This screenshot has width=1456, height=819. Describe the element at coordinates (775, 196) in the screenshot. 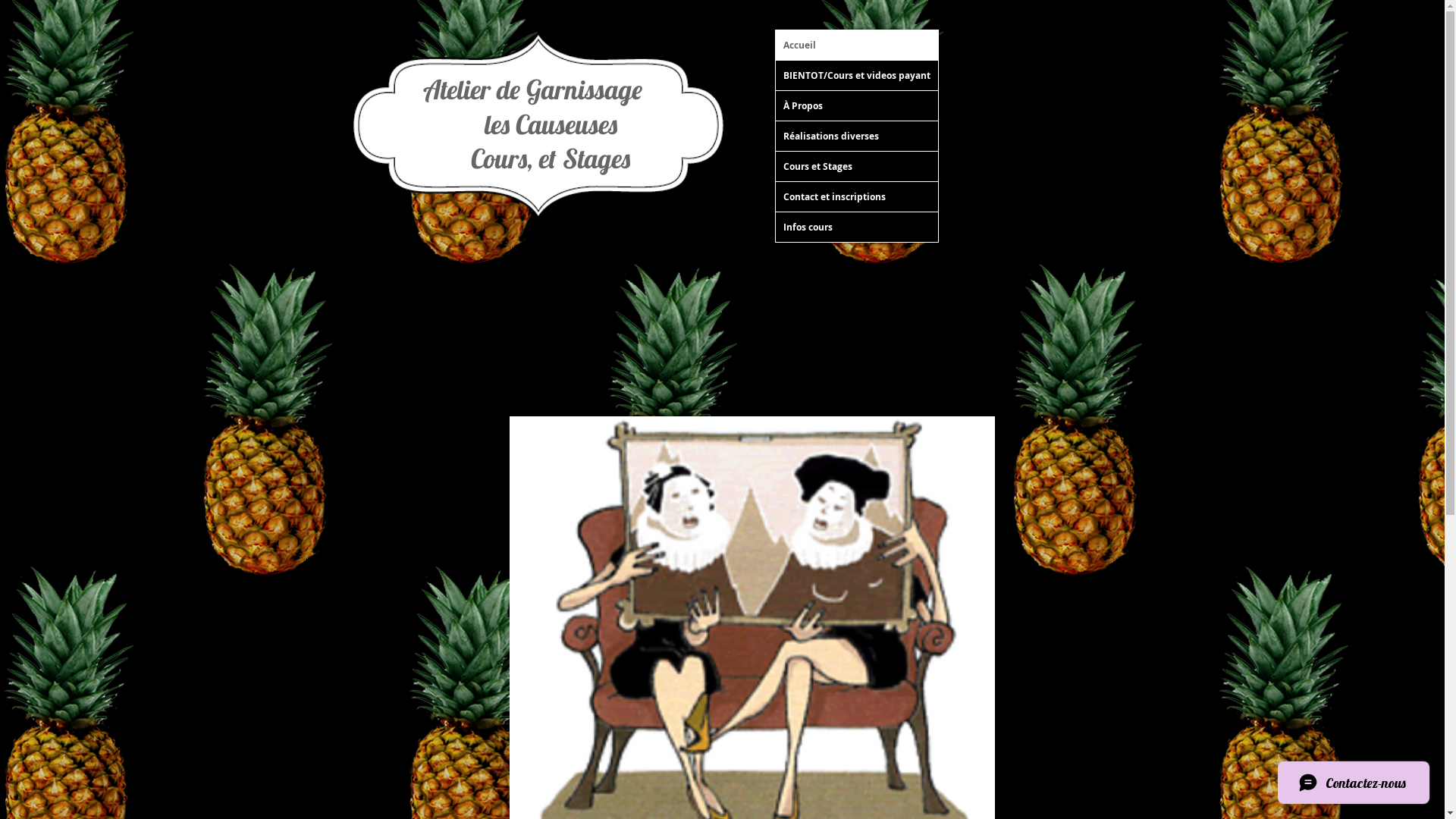

I see `'Contact et inscriptions'` at that location.